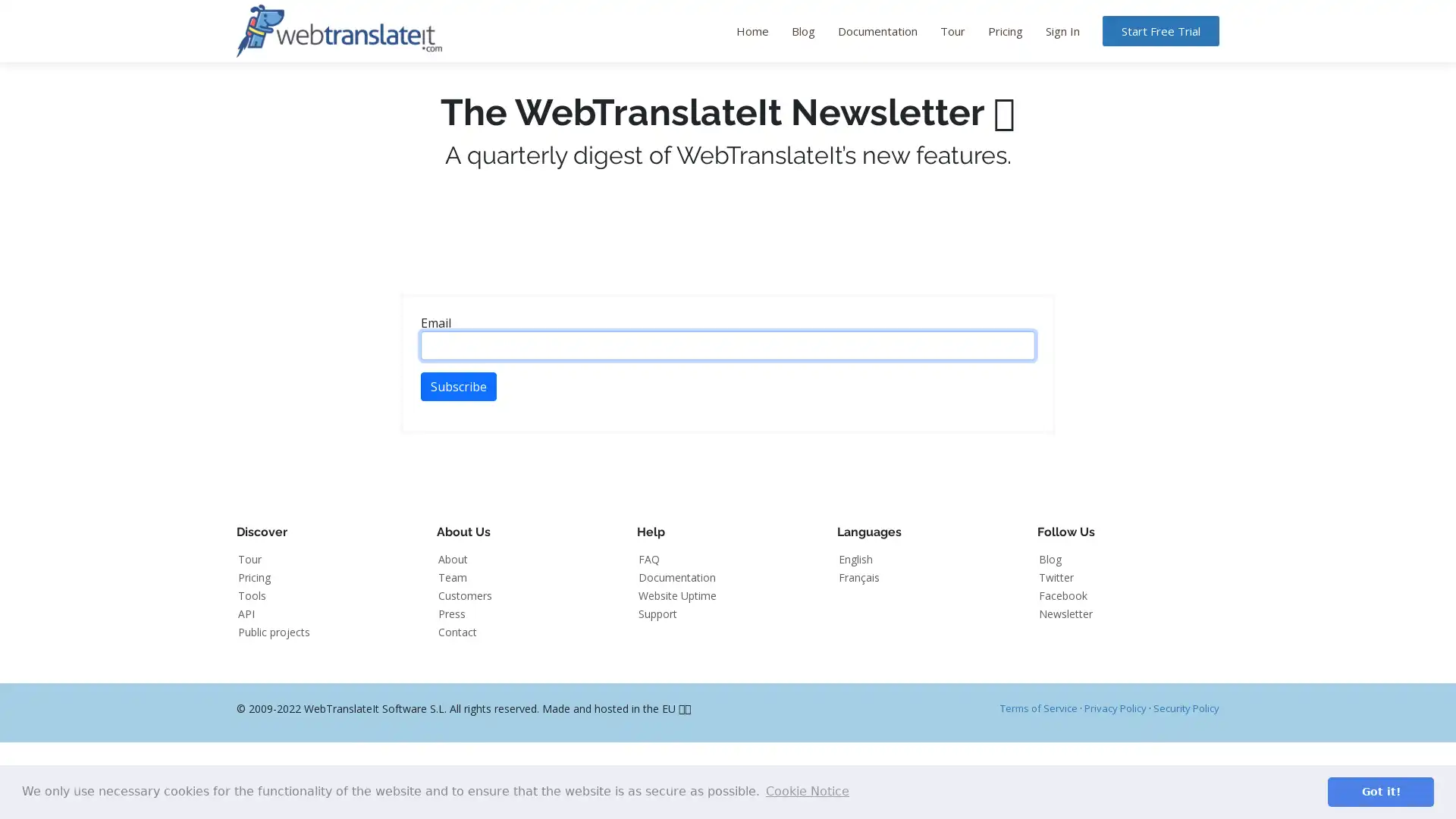  What do you see at coordinates (806, 791) in the screenshot?
I see `learn more about cookies` at bounding box center [806, 791].